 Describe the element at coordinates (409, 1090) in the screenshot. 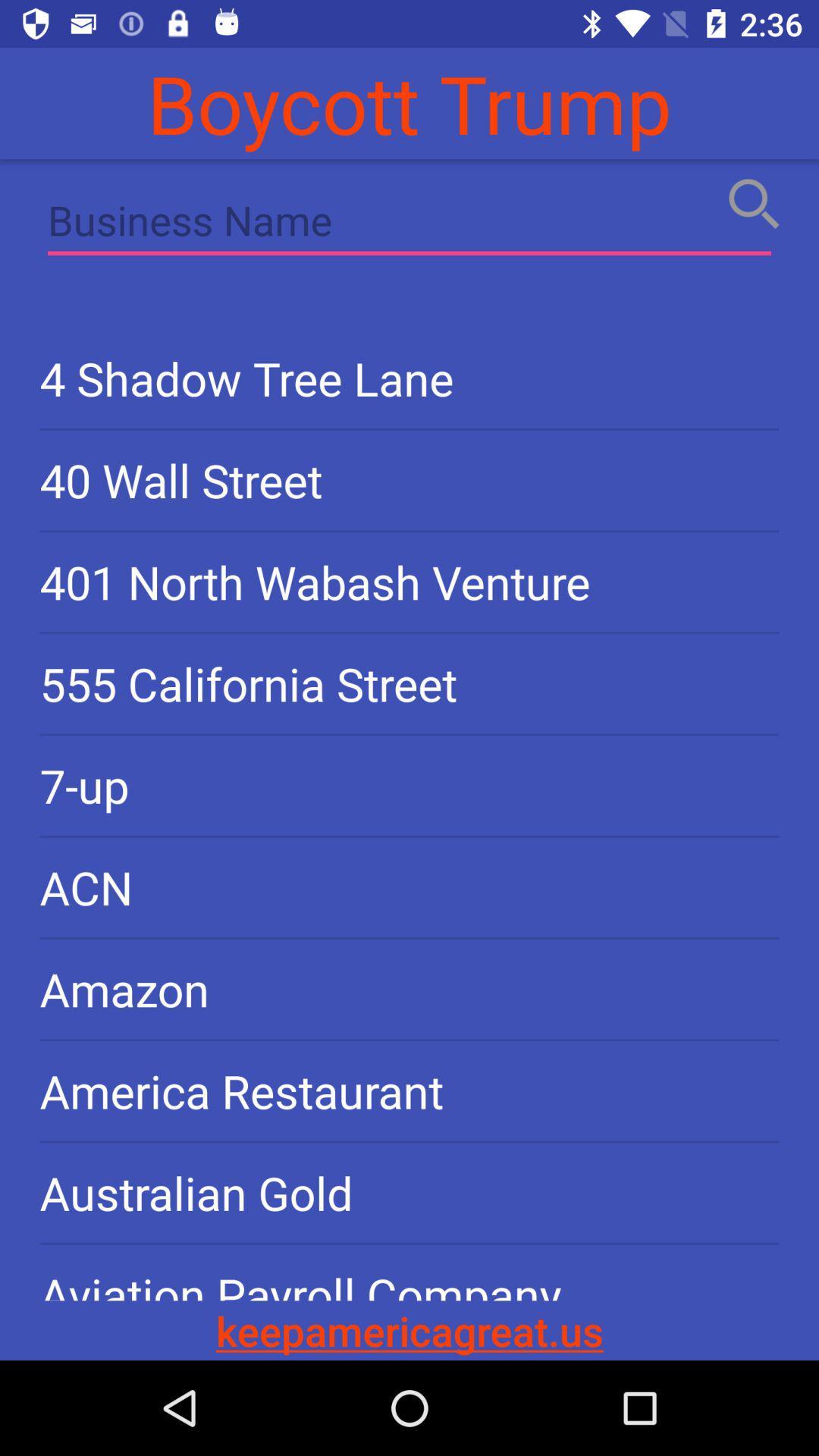

I see `the item above australian gold icon` at that location.